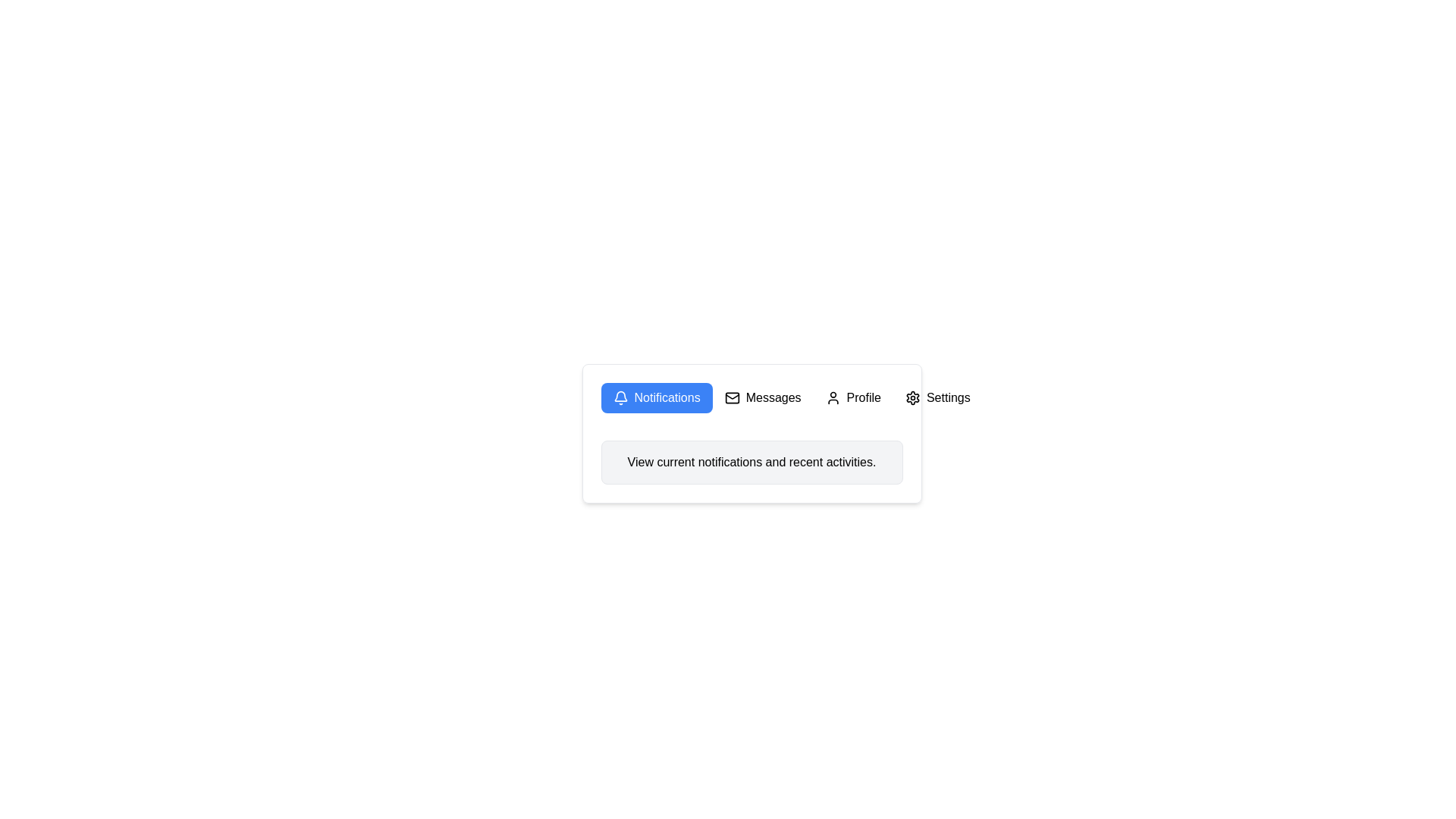 This screenshot has width=1456, height=819. Describe the element at coordinates (667, 397) in the screenshot. I see `the 'Notifications' text label in the navigation bar` at that location.